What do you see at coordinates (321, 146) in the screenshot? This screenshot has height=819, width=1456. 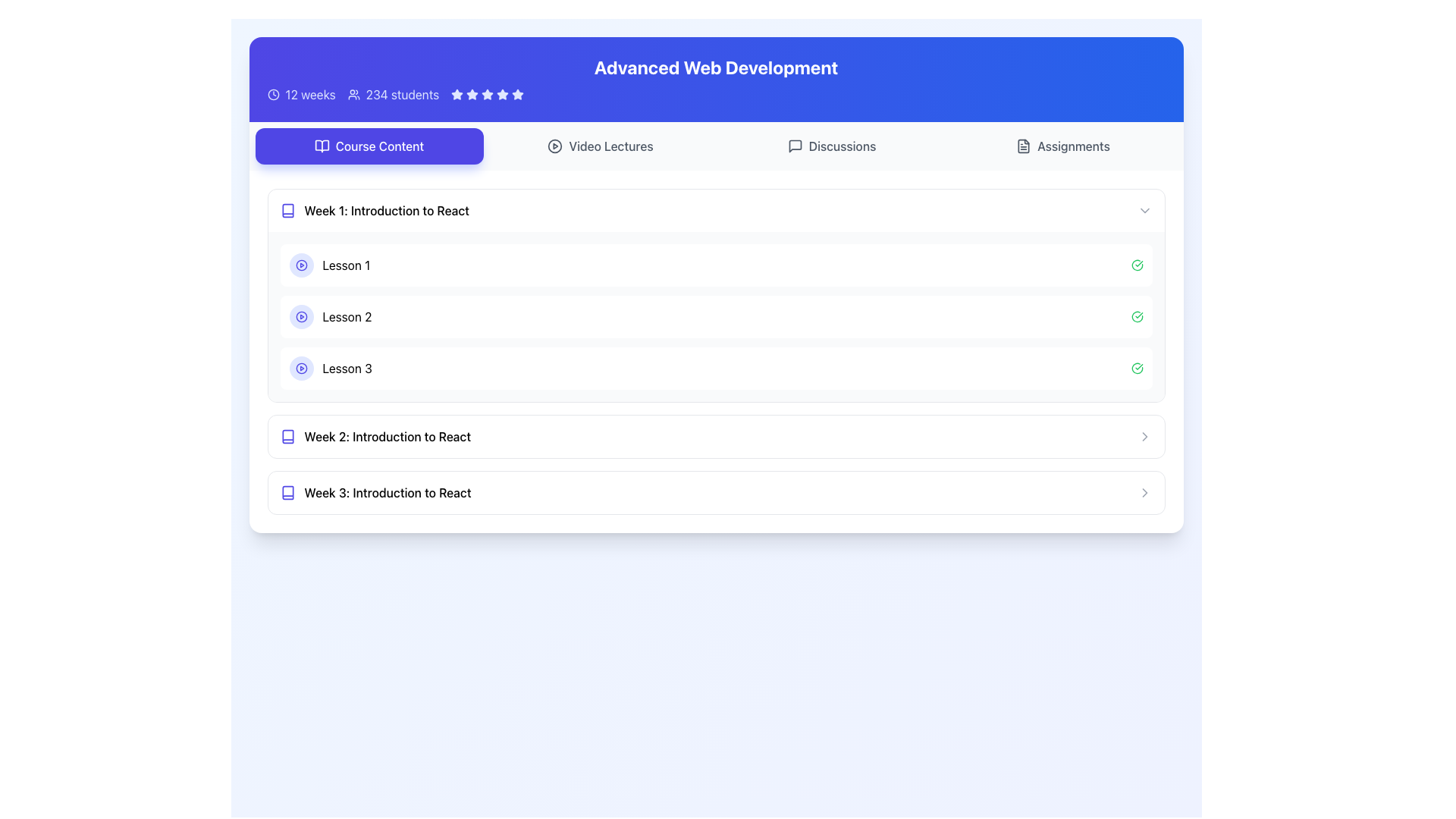 I see `the open book icon located inside the 'Course Content' button in the top header section` at bounding box center [321, 146].